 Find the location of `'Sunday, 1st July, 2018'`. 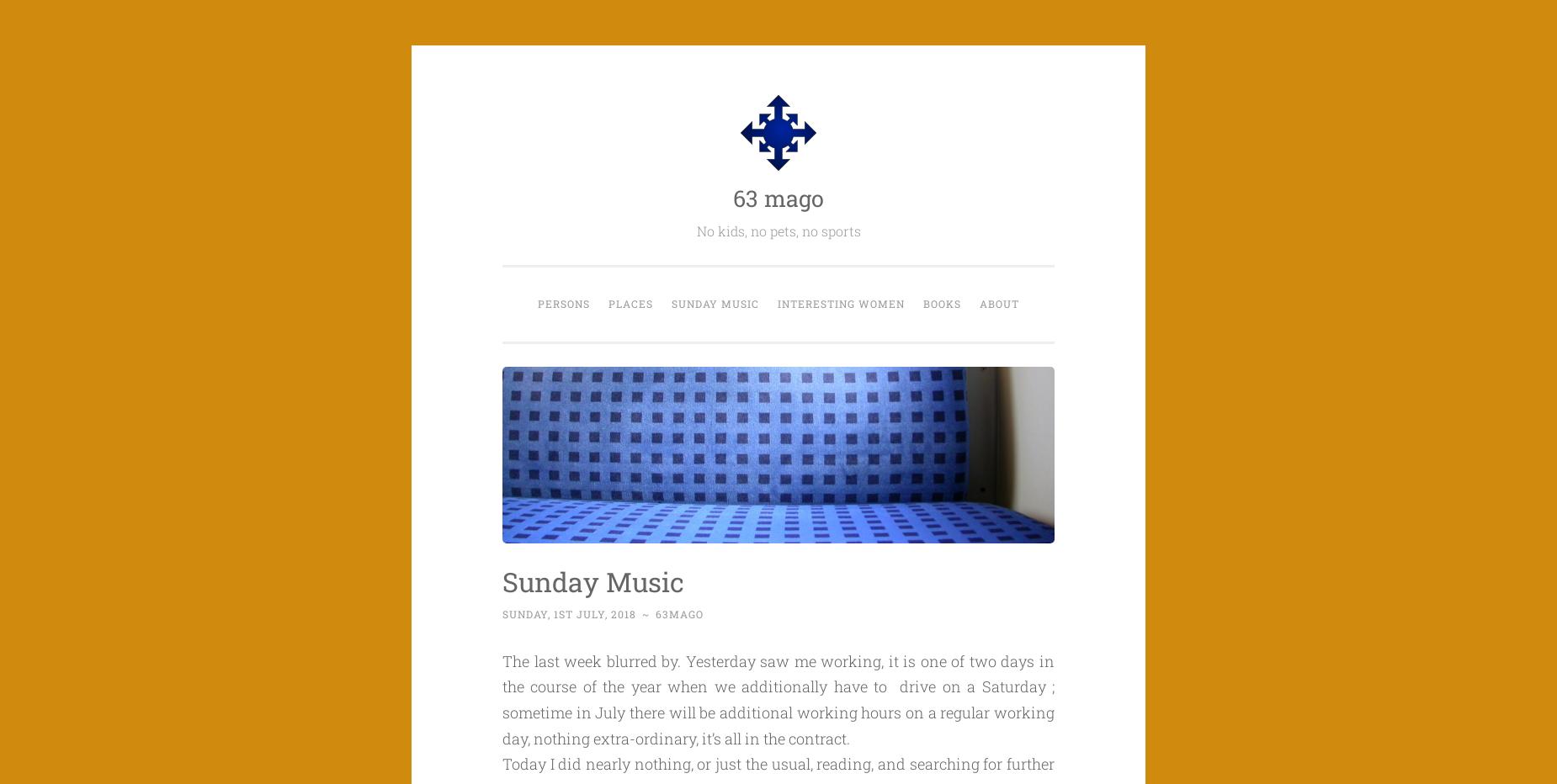

'Sunday, 1st July, 2018' is located at coordinates (569, 613).